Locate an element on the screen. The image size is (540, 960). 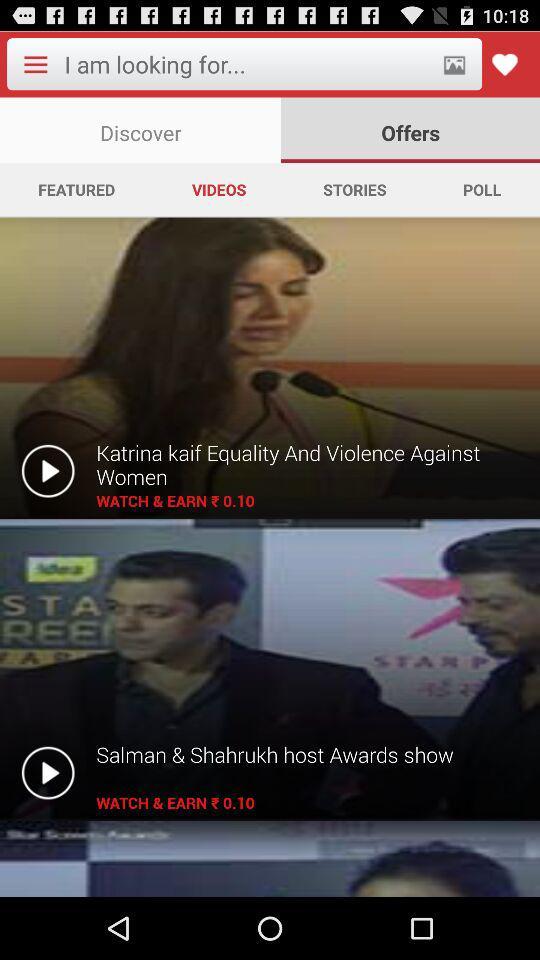
icon next to discover icon is located at coordinates (409, 129).